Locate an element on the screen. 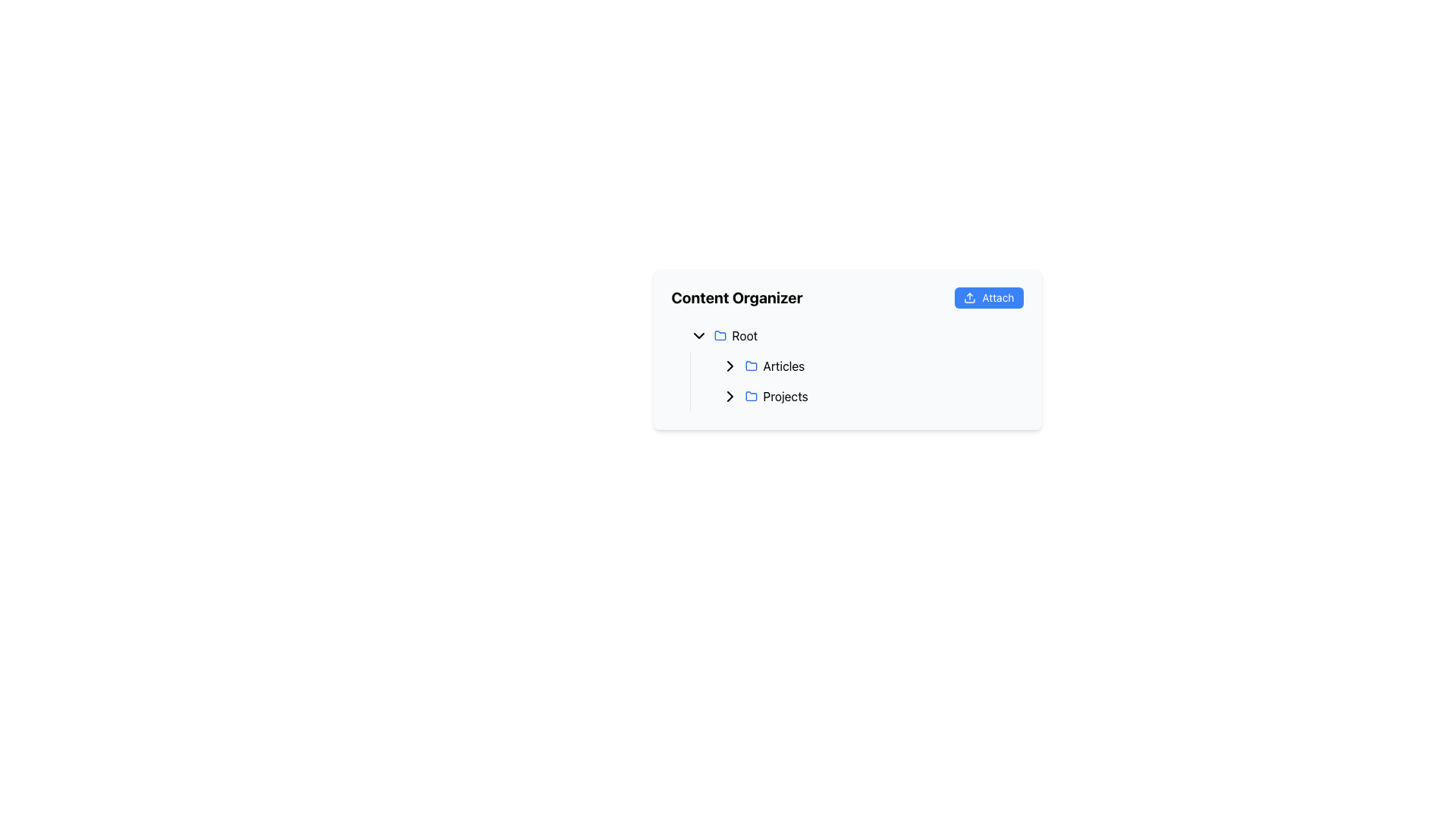  the 'Projects' Tree List Item is located at coordinates (862, 396).